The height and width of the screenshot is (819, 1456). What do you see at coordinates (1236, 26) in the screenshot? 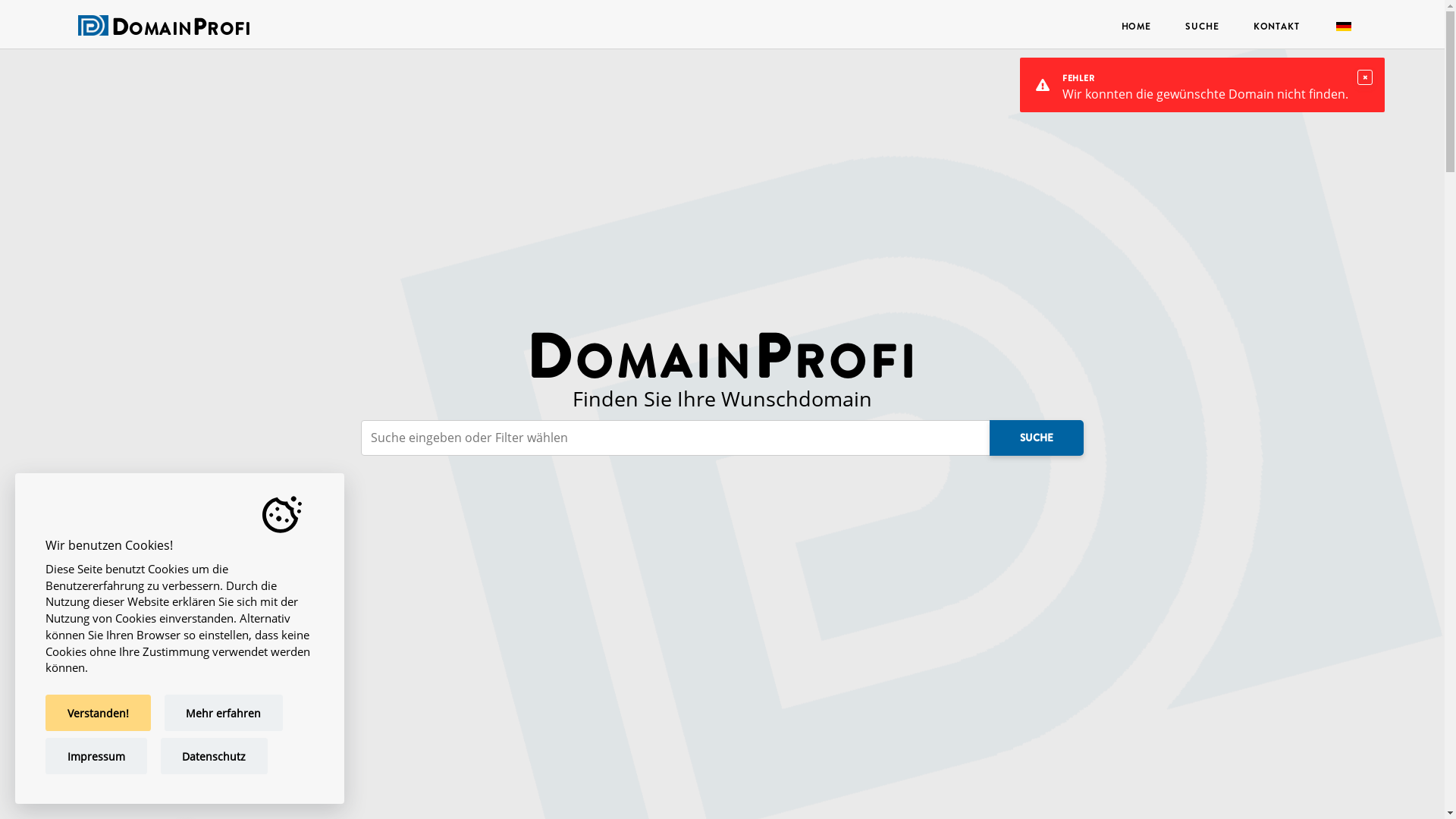
I see `'KONTAKT'` at bounding box center [1236, 26].